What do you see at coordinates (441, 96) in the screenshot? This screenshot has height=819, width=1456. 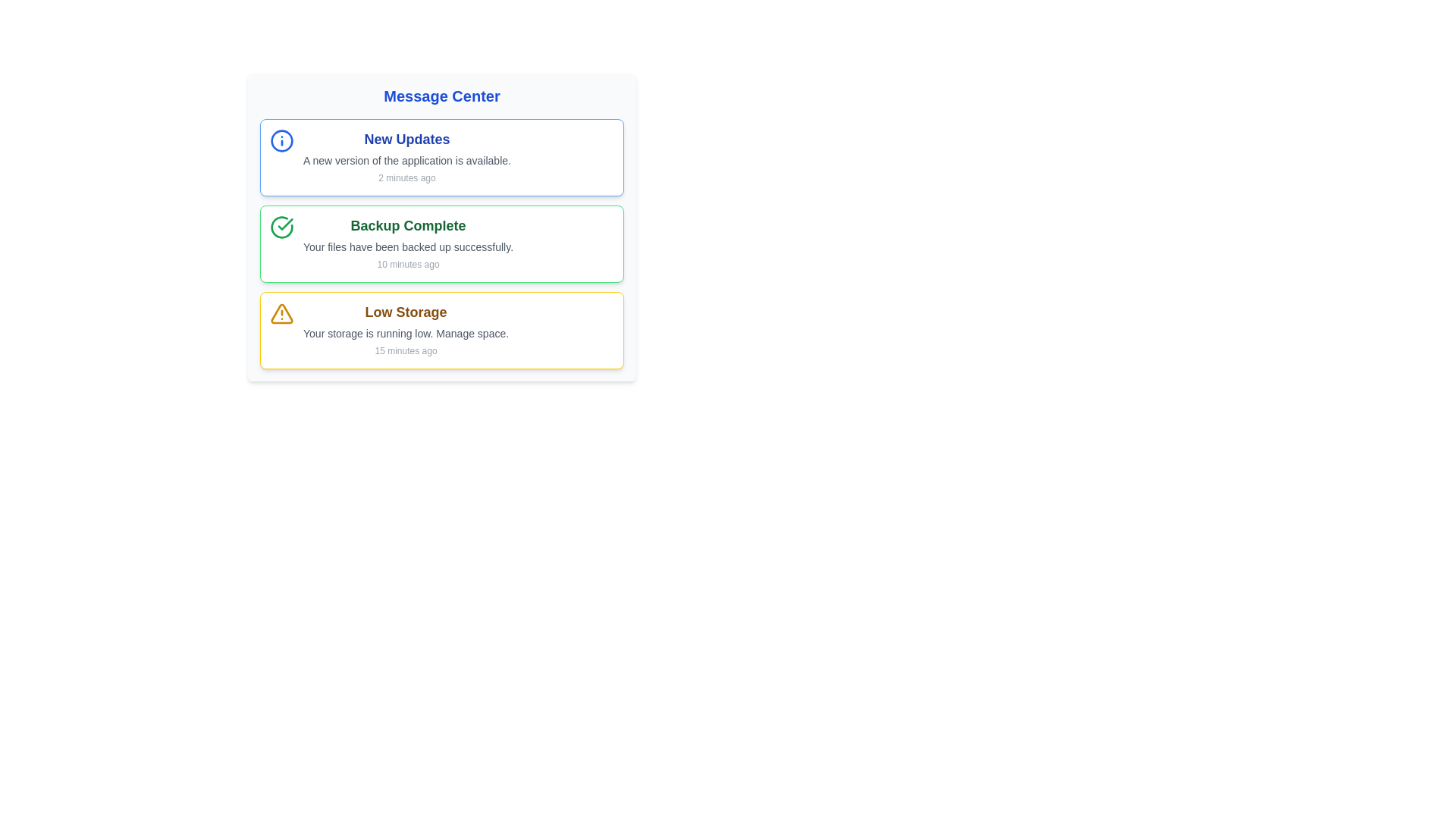 I see `the 'Message Center' text element, which is styled in large, bold, blue-colored font and positioned at the top of a card-like component` at bounding box center [441, 96].